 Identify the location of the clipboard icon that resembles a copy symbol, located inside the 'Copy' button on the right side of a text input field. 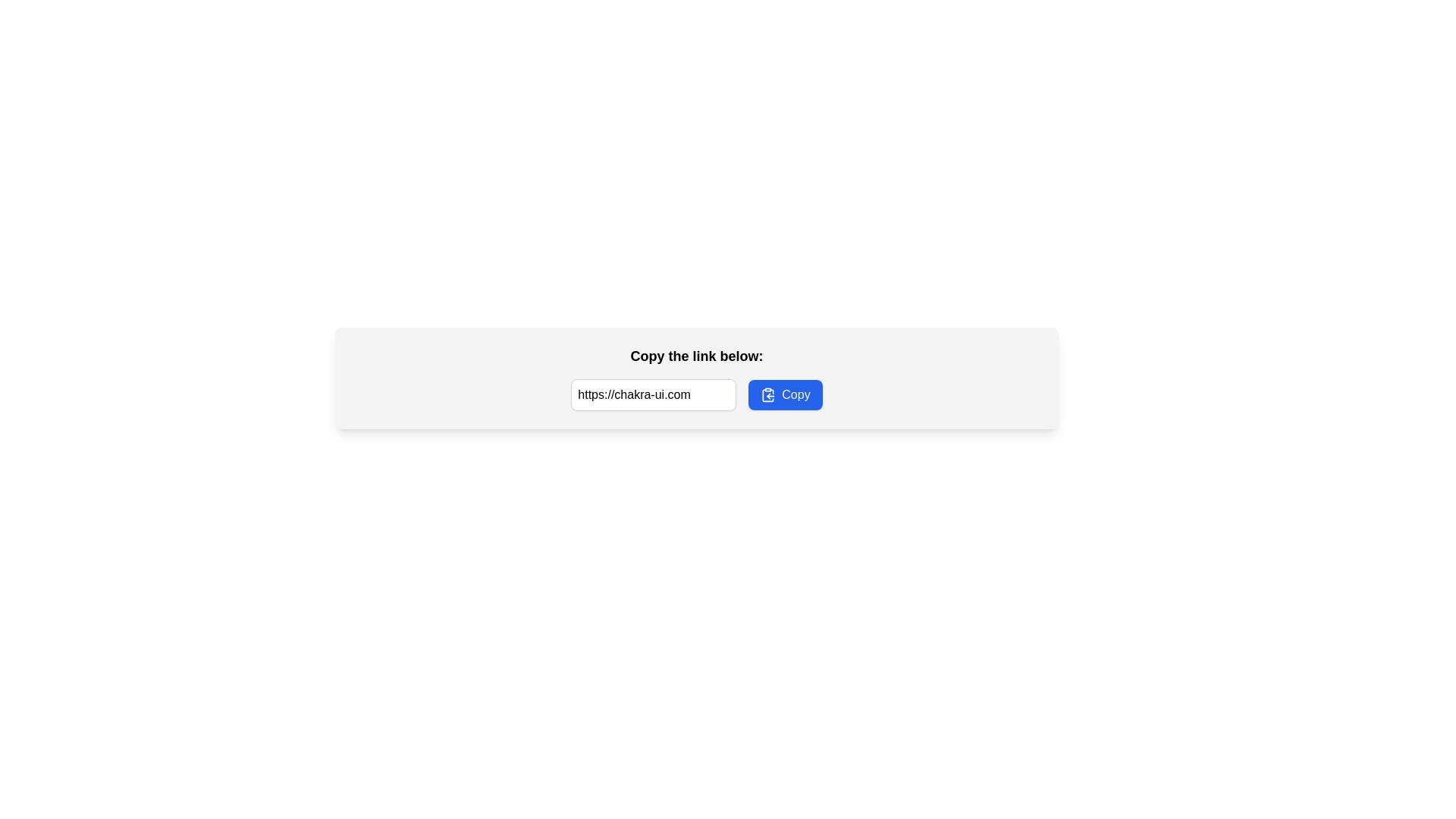
(768, 394).